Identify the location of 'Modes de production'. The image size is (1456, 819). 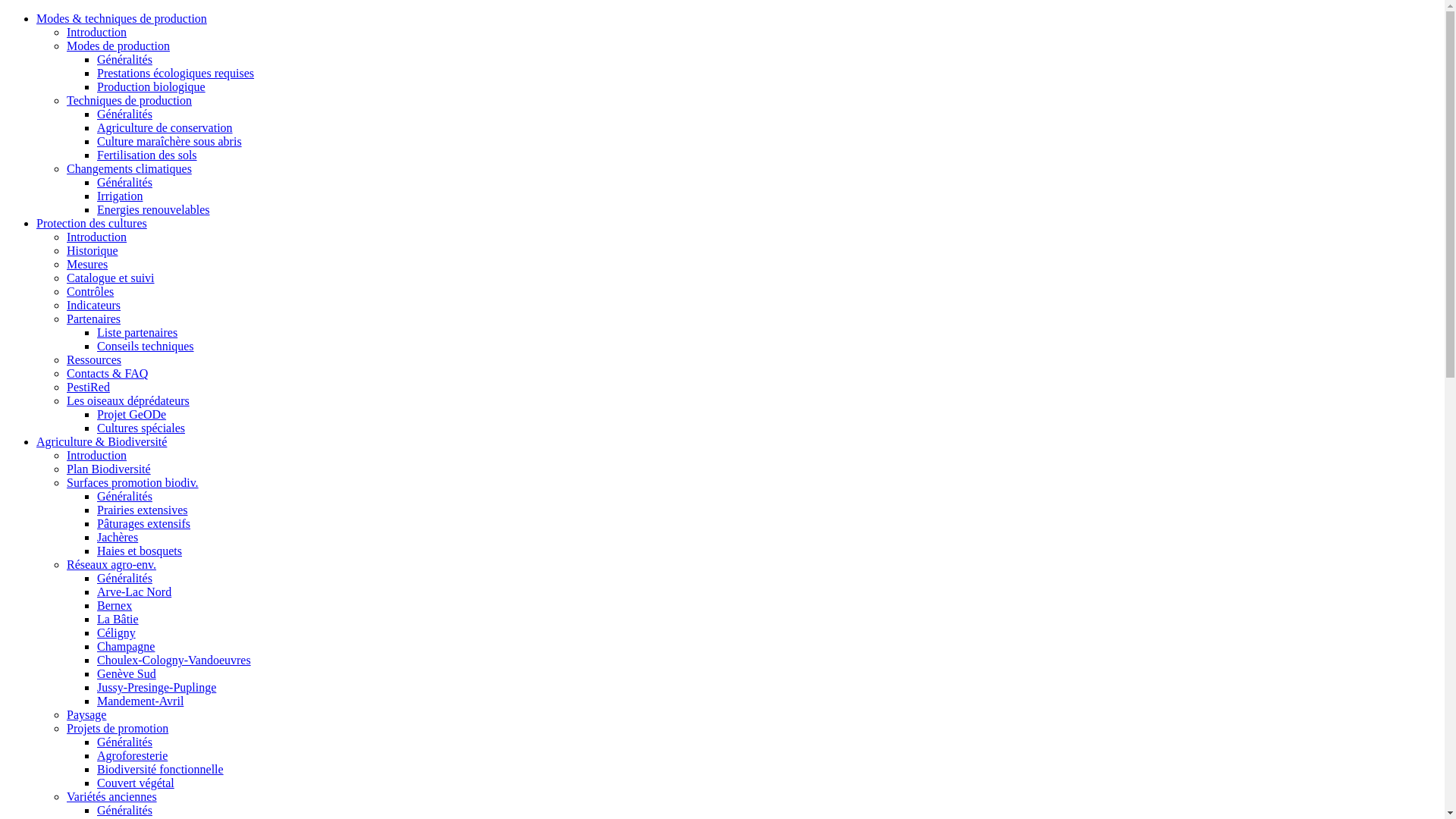
(118, 45).